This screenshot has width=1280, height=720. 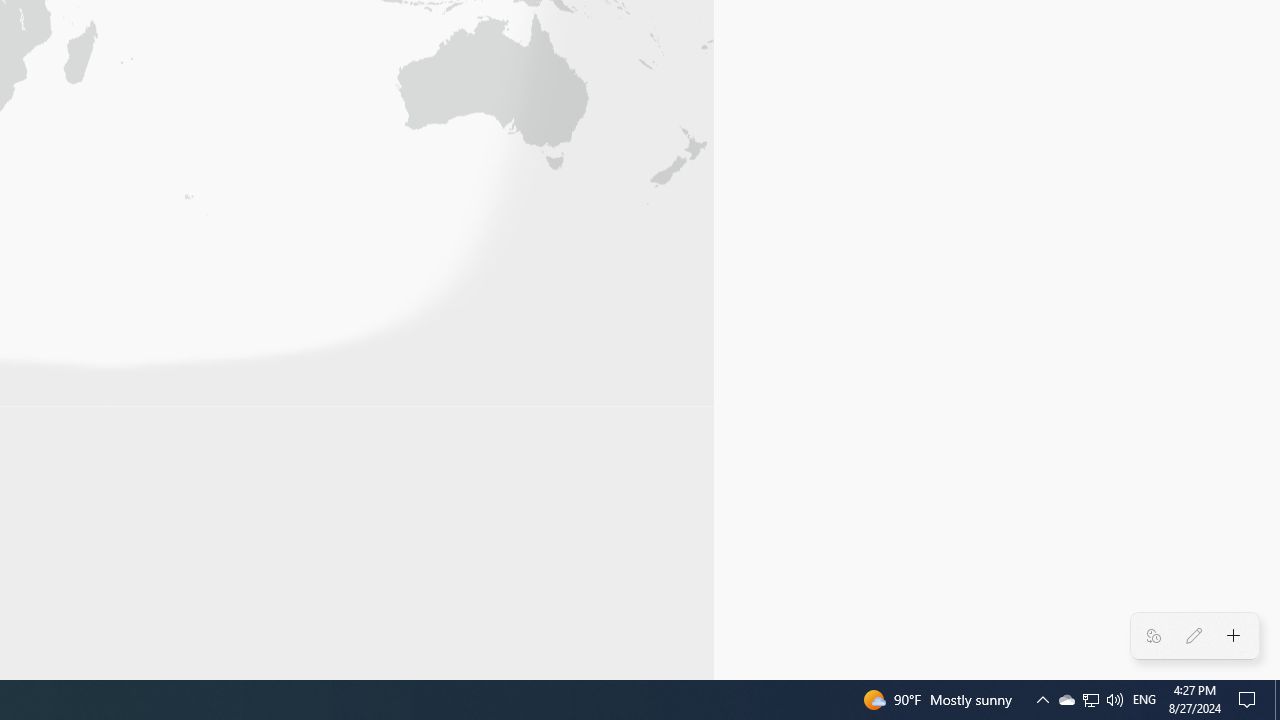 What do you see at coordinates (1153, 636) in the screenshot?
I see `'Compare Time'` at bounding box center [1153, 636].